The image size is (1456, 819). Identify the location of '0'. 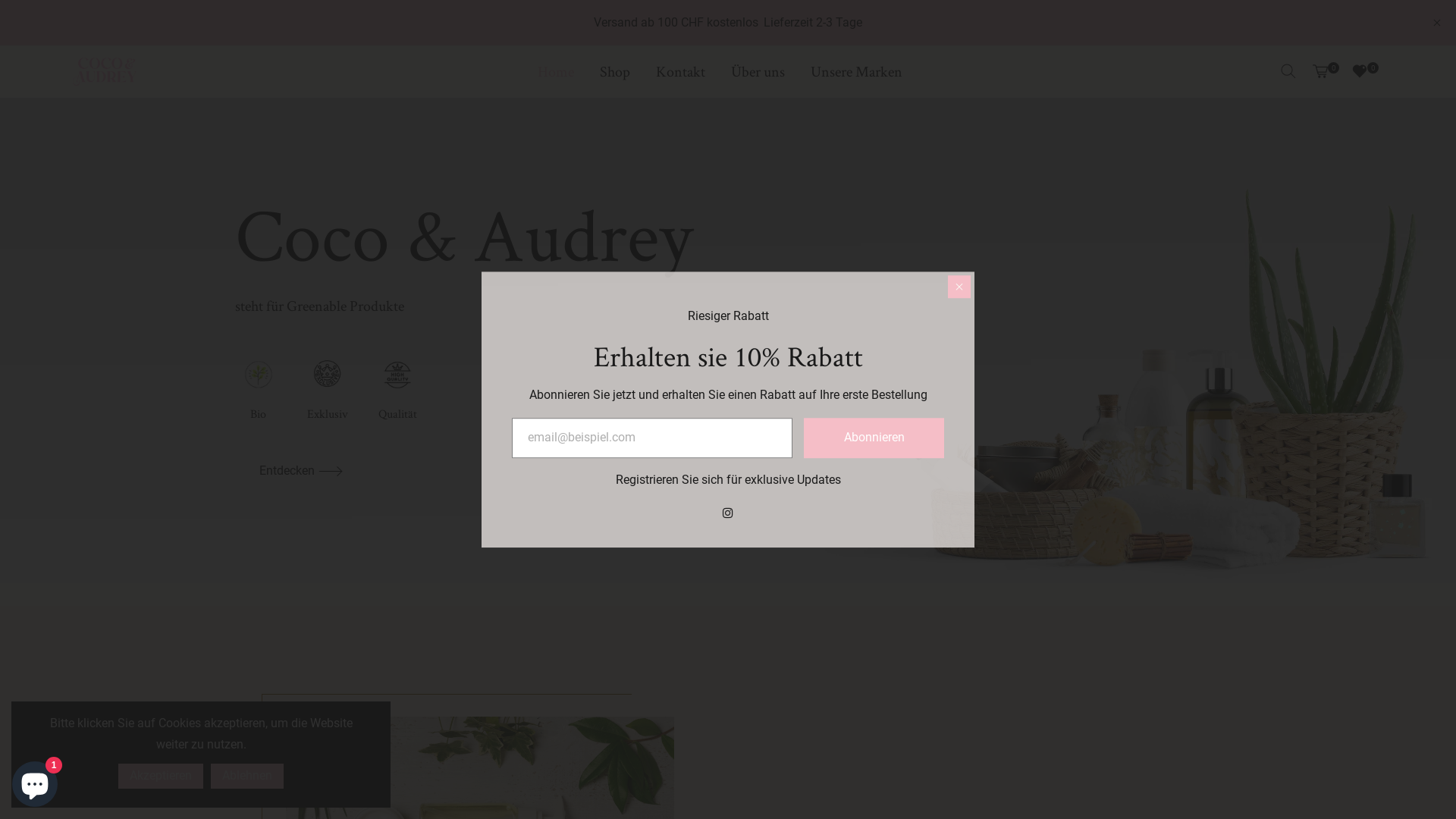
(1304, 71).